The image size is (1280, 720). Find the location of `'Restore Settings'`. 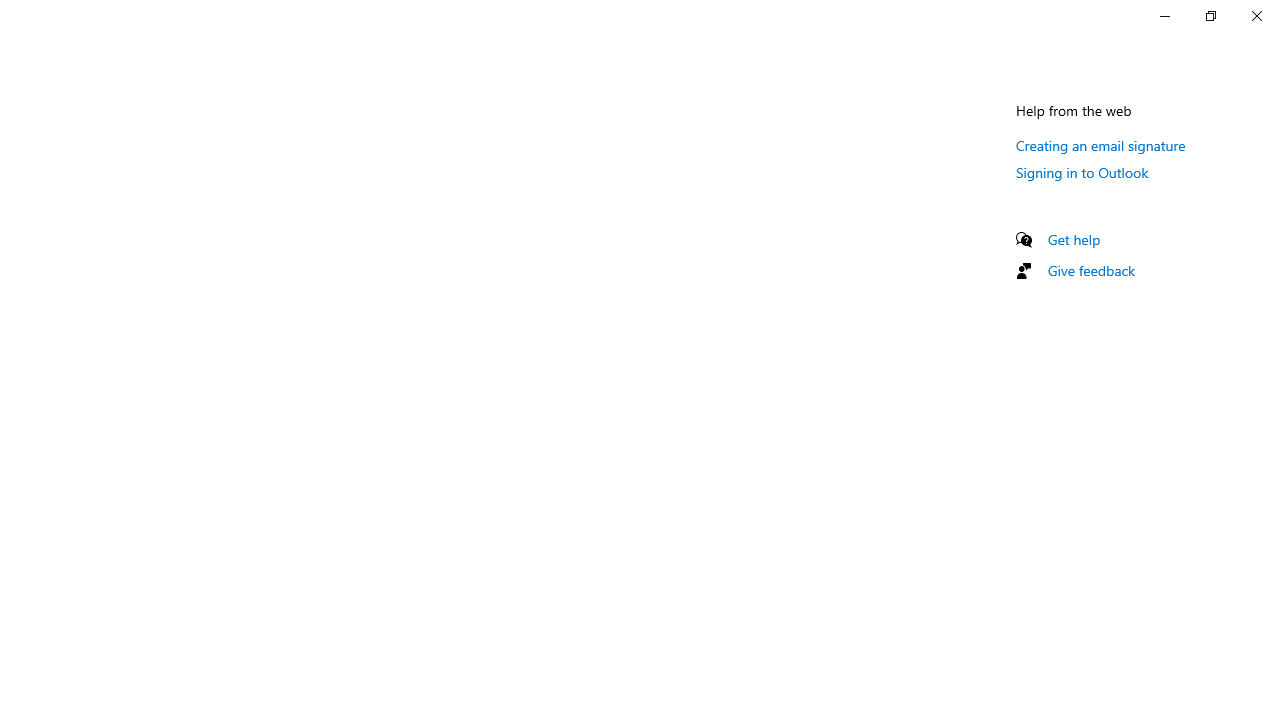

'Restore Settings' is located at coordinates (1209, 15).